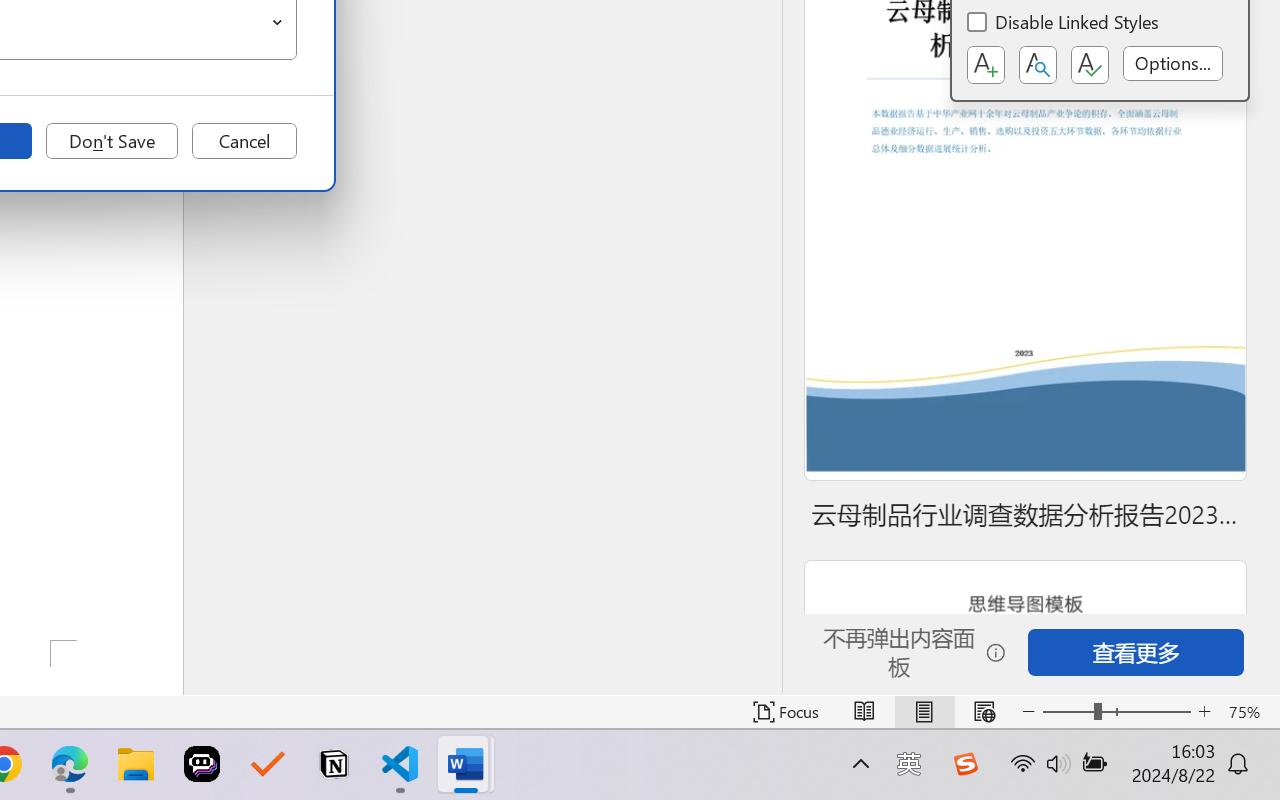 This screenshot has height=800, width=1280. Describe the element at coordinates (111, 141) in the screenshot. I see `'Don'` at that location.